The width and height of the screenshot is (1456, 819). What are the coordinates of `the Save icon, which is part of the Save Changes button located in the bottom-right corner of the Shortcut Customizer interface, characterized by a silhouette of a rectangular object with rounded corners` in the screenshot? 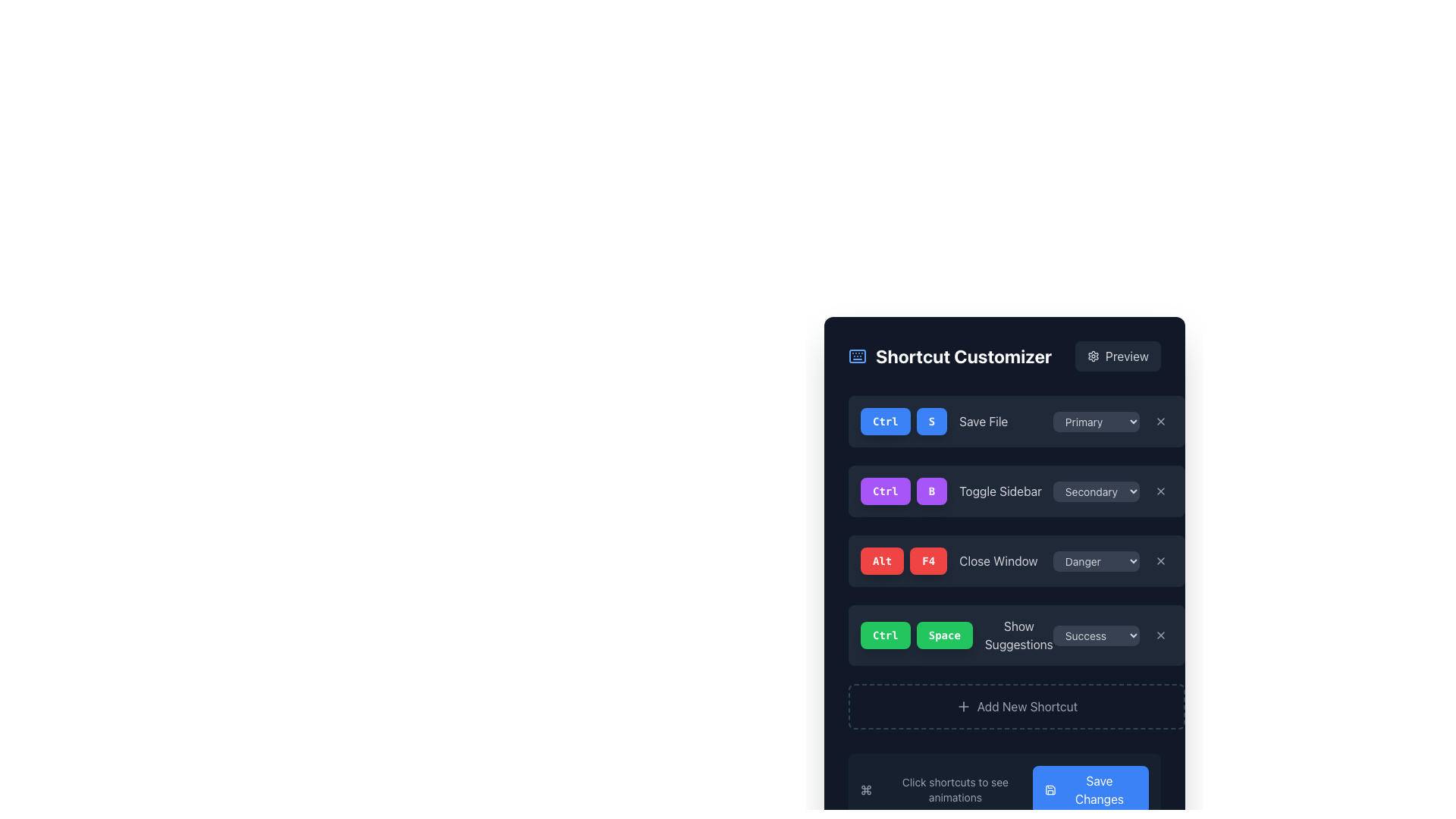 It's located at (1050, 789).